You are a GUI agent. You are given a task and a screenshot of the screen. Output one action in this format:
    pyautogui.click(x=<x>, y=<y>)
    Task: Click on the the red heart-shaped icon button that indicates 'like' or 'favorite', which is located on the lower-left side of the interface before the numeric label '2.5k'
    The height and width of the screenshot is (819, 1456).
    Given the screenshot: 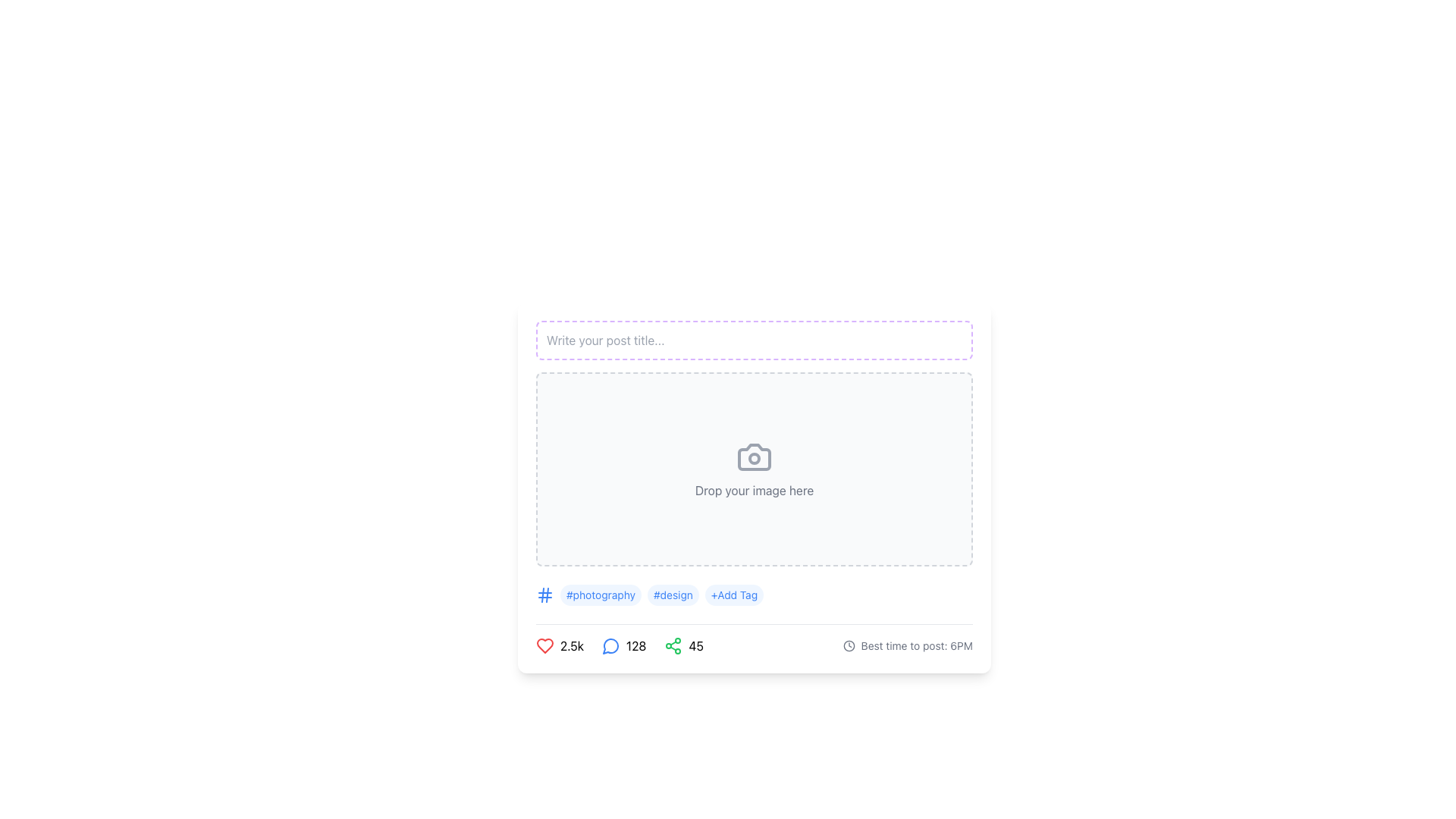 What is the action you would take?
    pyautogui.click(x=545, y=646)
    